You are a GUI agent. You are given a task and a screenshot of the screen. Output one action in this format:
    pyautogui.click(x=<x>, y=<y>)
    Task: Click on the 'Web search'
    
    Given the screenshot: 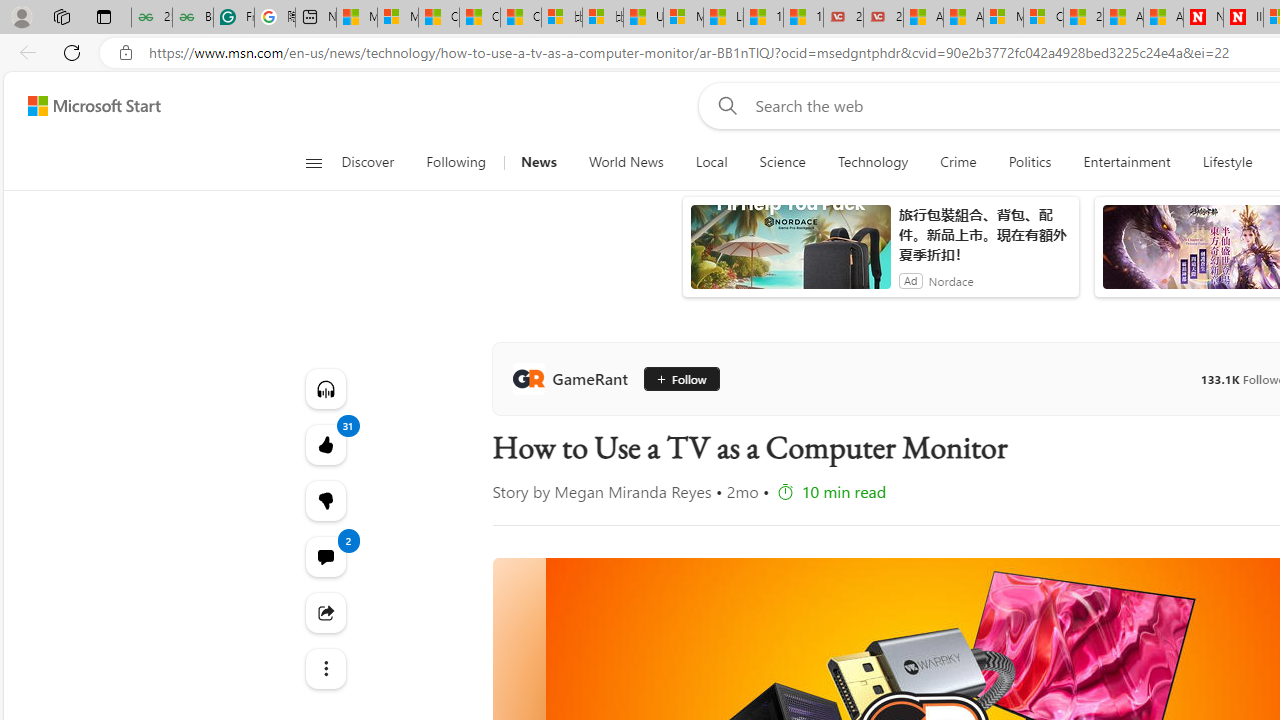 What is the action you would take?
    pyautogui.click(x=723, y=105)
    